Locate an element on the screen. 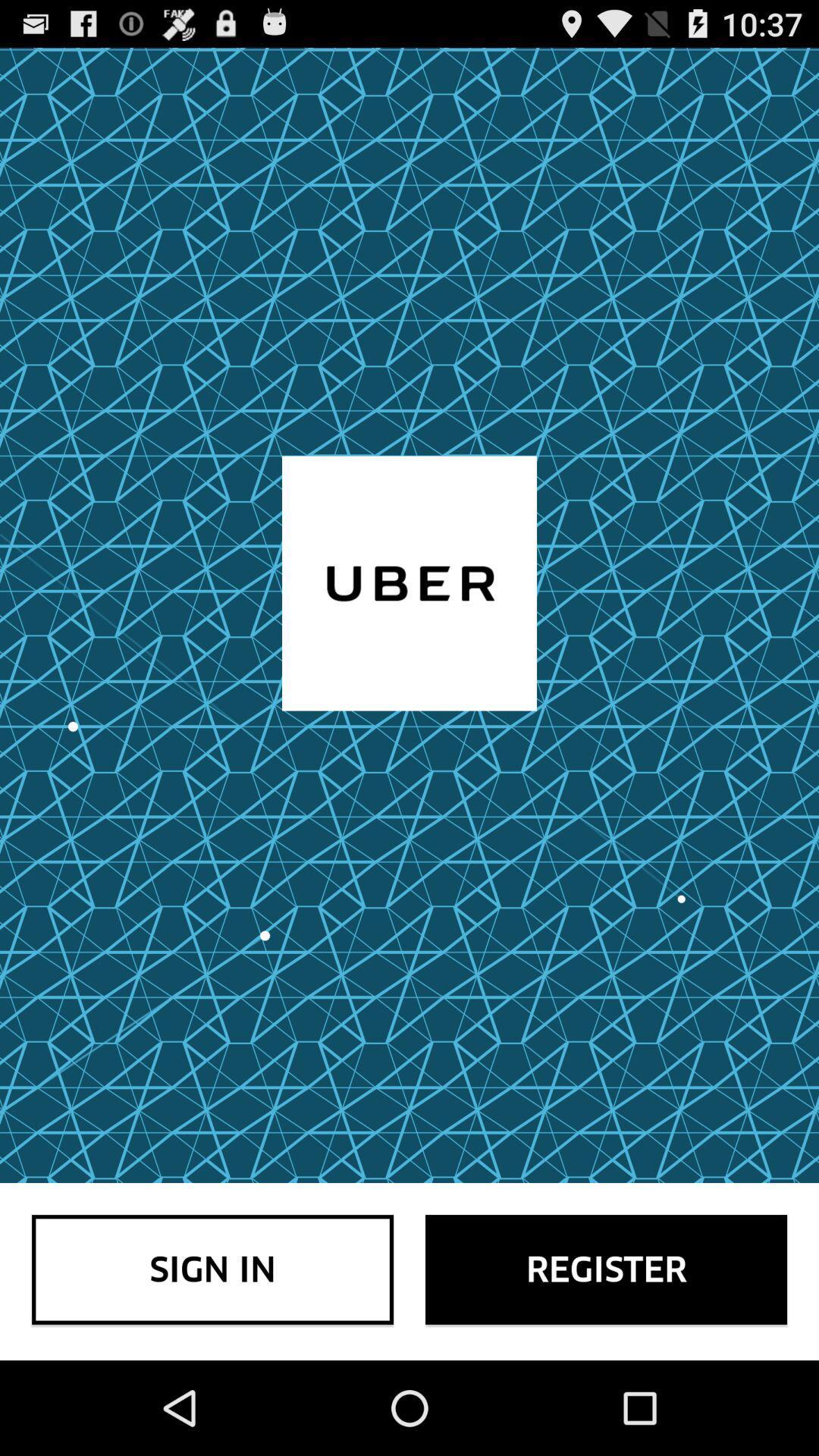 The height and width of the screenshot is (1456, 819). the register item is located at coordinates (605, 1269).